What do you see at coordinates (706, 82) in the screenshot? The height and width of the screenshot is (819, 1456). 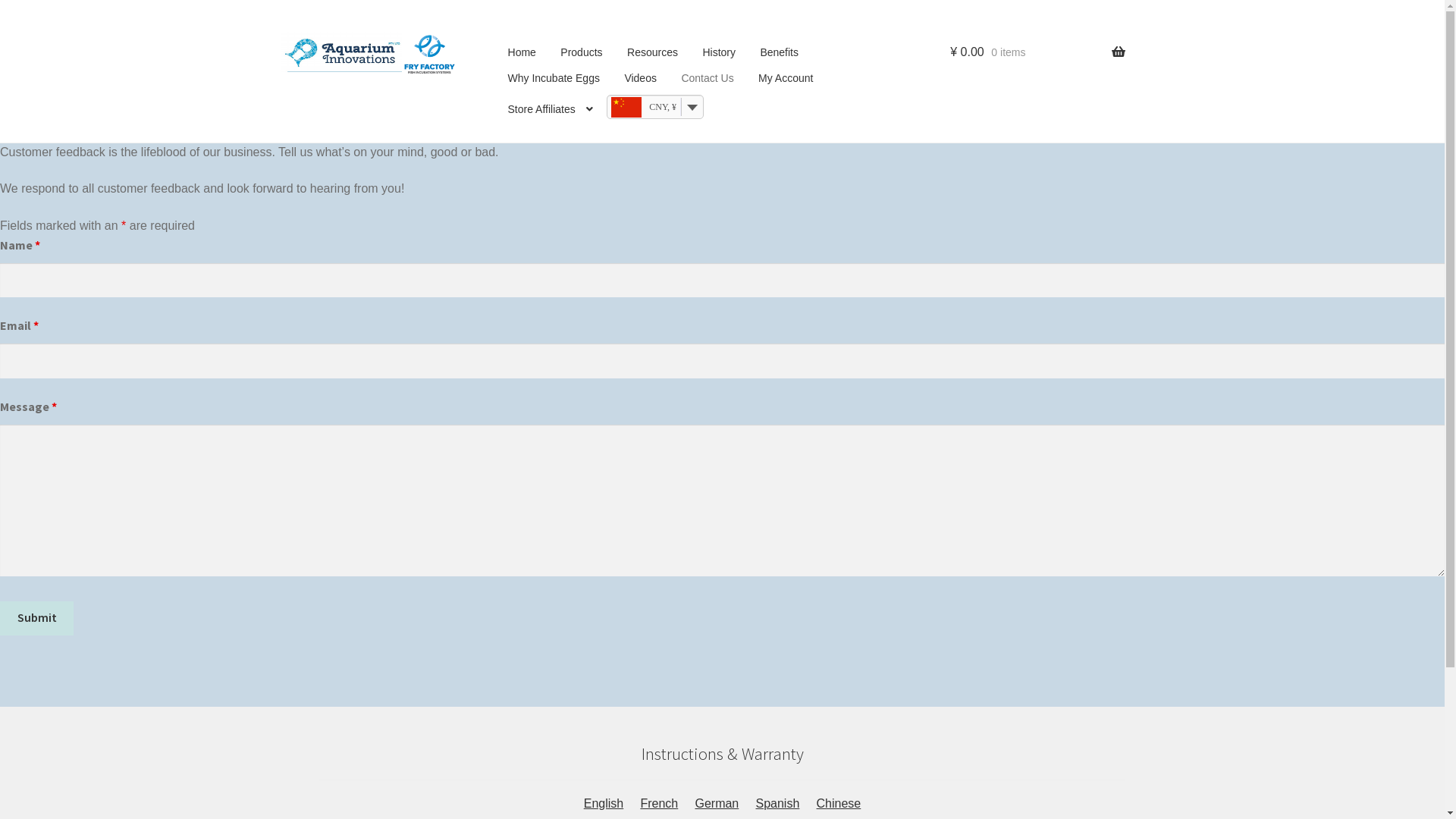 I see `'Contact Us'` at bounding box center [706, 82].